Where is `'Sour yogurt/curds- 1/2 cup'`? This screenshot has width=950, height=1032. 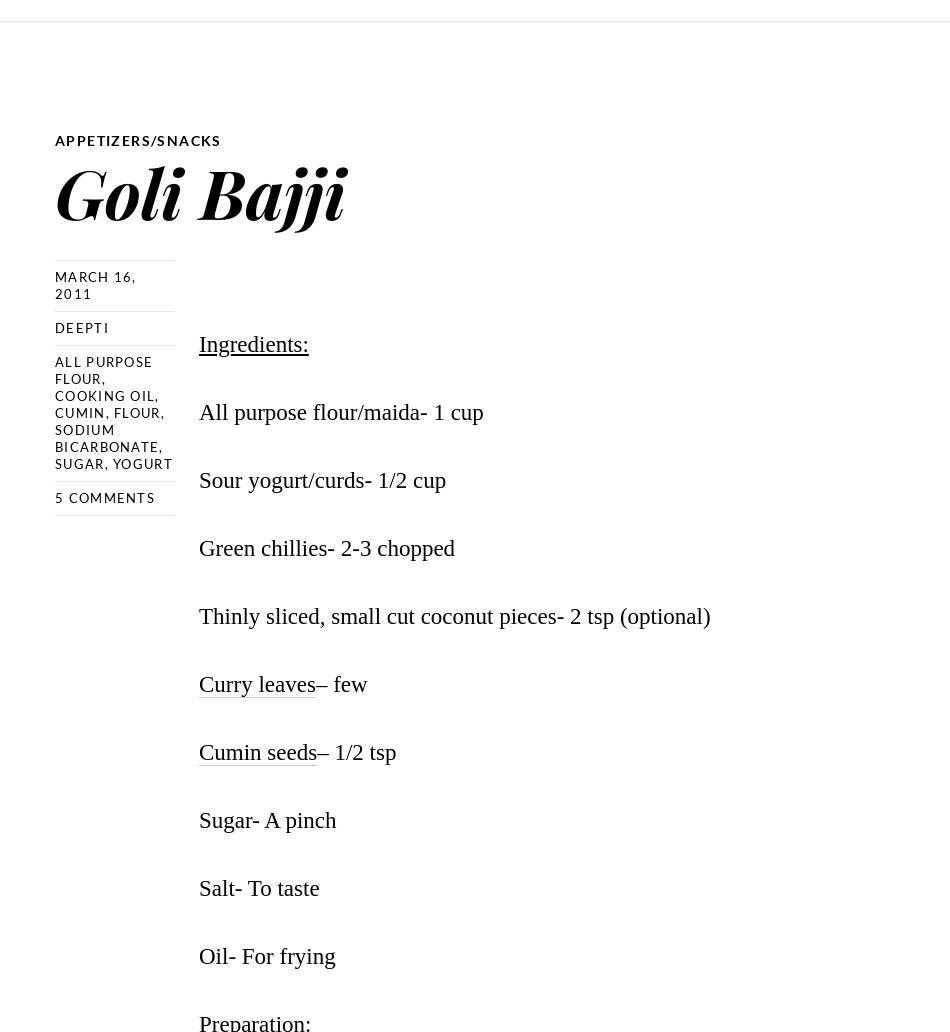
'Sour yogurt/curds- 1/2 cup' is located at coordinates (321, 479).